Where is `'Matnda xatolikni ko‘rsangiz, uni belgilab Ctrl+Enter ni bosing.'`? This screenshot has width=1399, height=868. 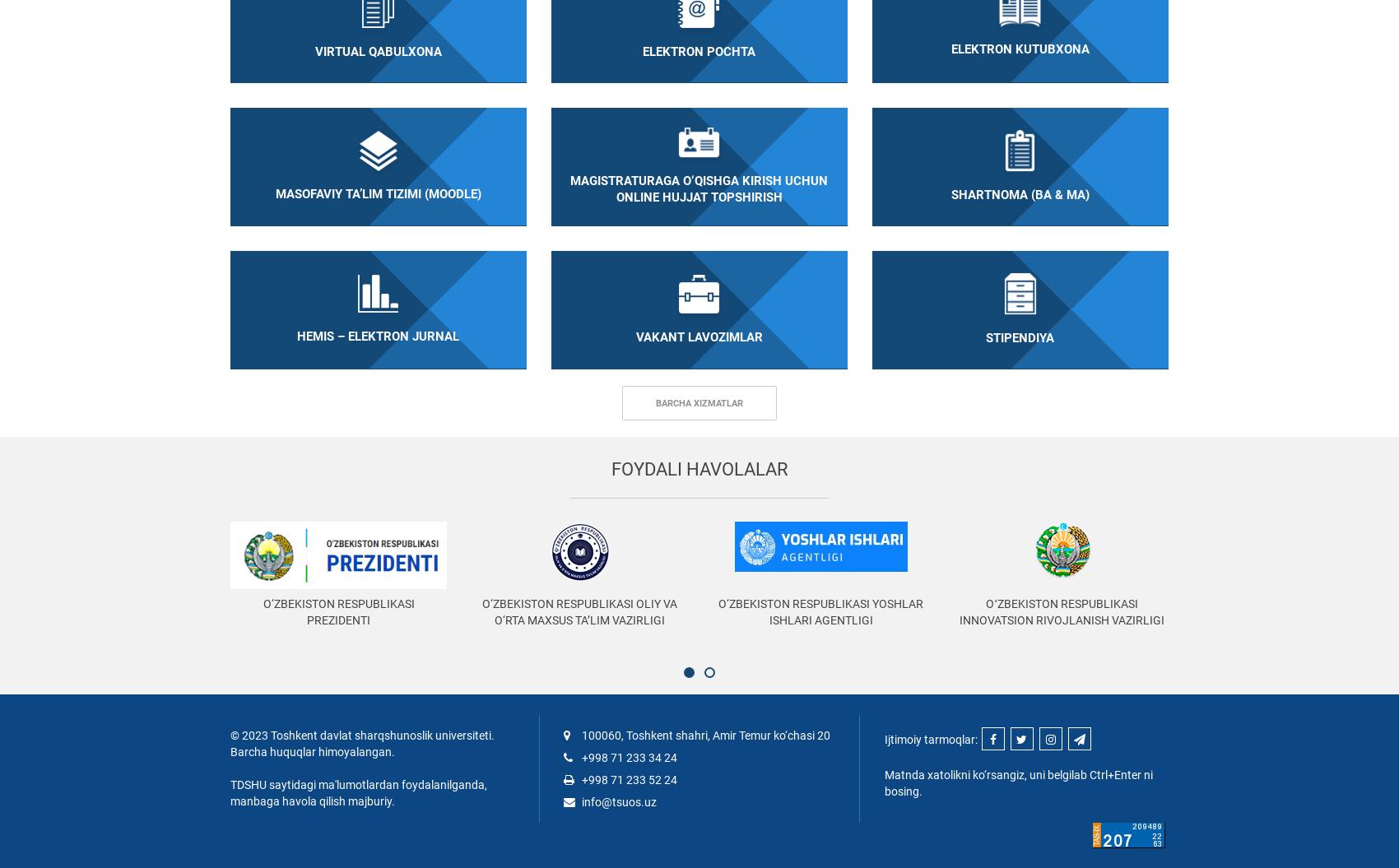
'Matnda xatolikni ko‘rsangiz, uni belgilab Ctrl+Enter ni bosing.' is located at coordinates (1016, 782).